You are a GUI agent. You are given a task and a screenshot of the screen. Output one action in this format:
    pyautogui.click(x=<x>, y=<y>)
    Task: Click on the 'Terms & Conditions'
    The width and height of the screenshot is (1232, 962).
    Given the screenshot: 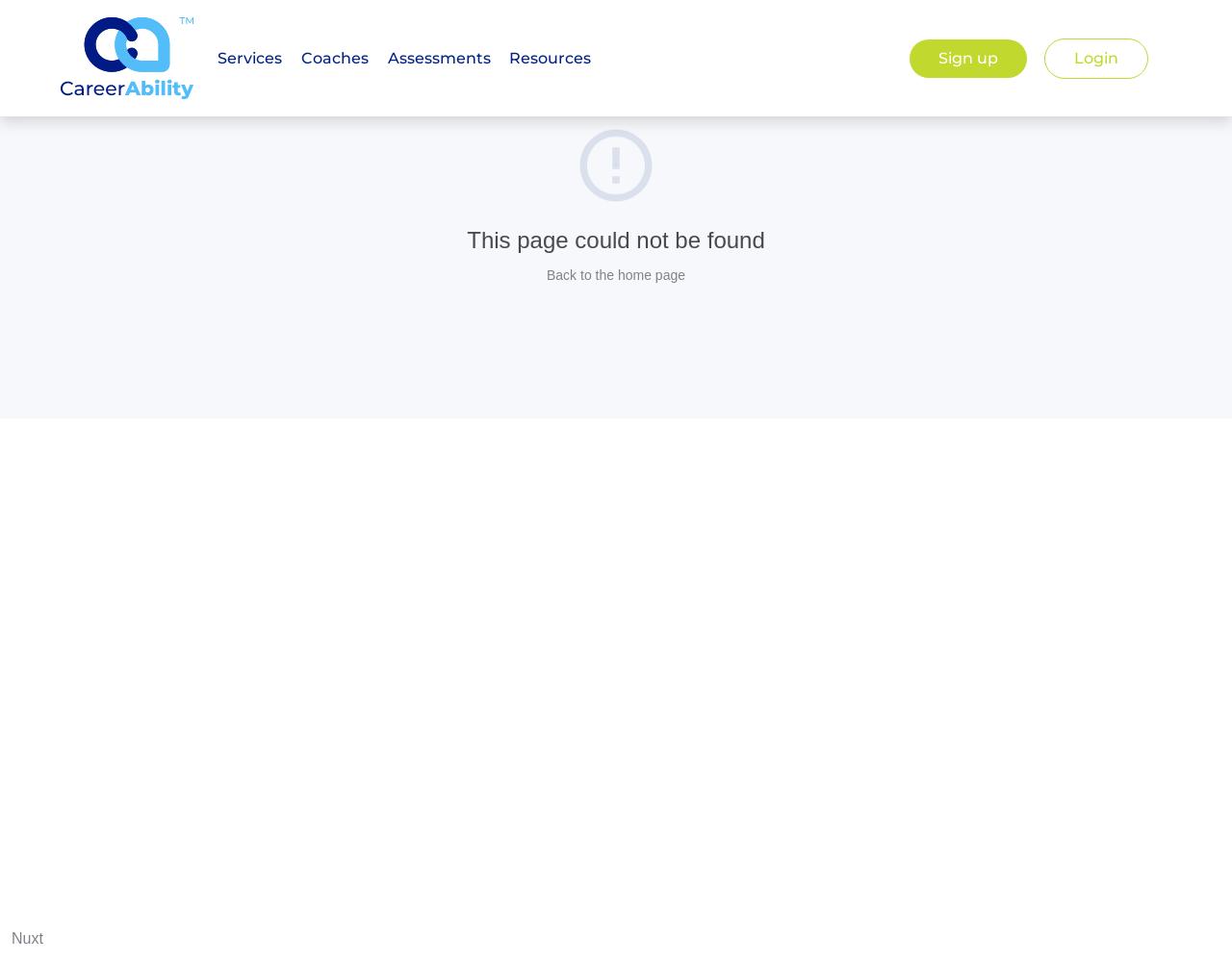 What is the action you would take?
    pyautogui.click(x=773, y=303)
    